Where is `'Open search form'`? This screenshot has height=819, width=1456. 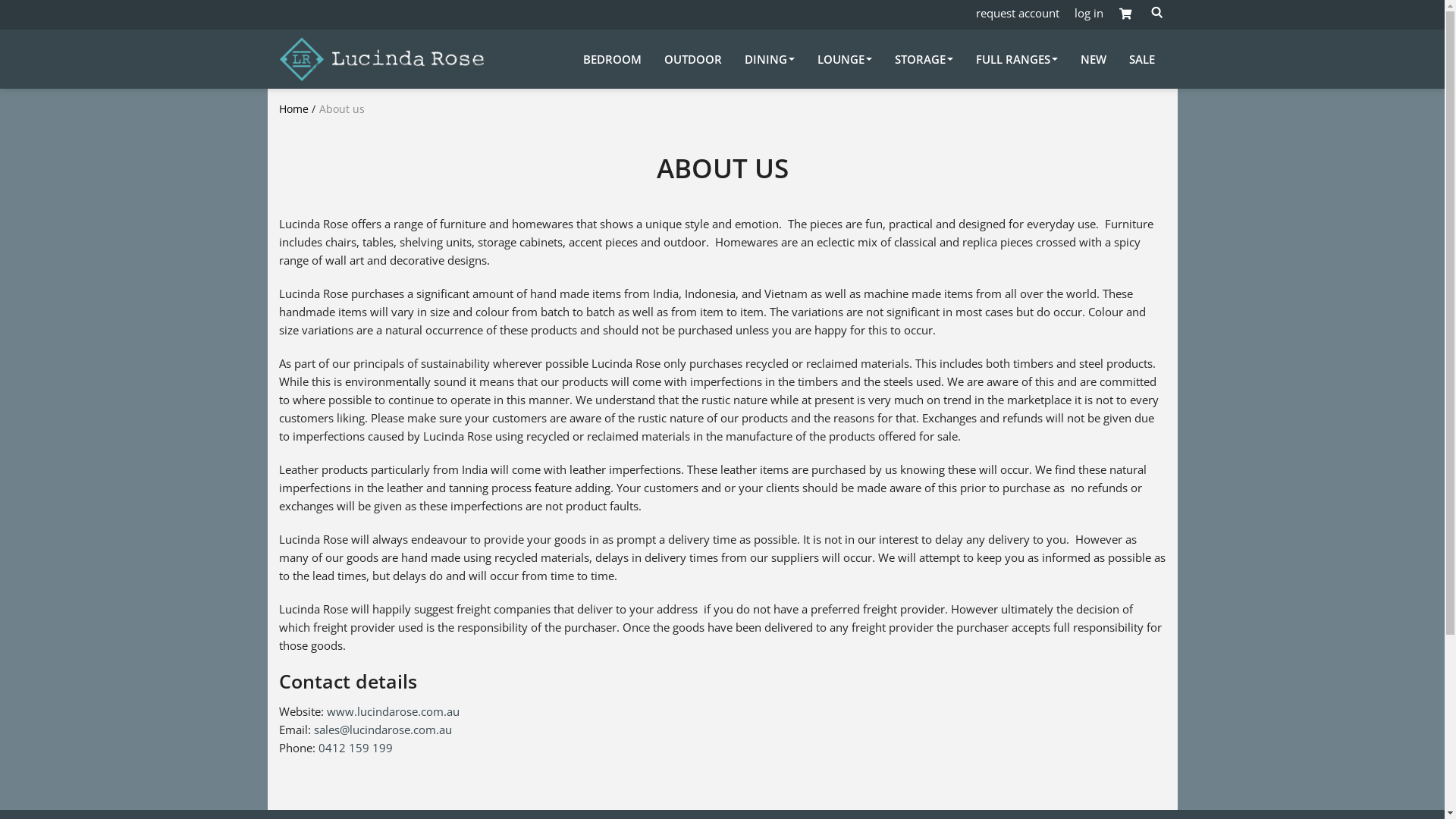 'Open search form' is located at coordinates (1147, 12).